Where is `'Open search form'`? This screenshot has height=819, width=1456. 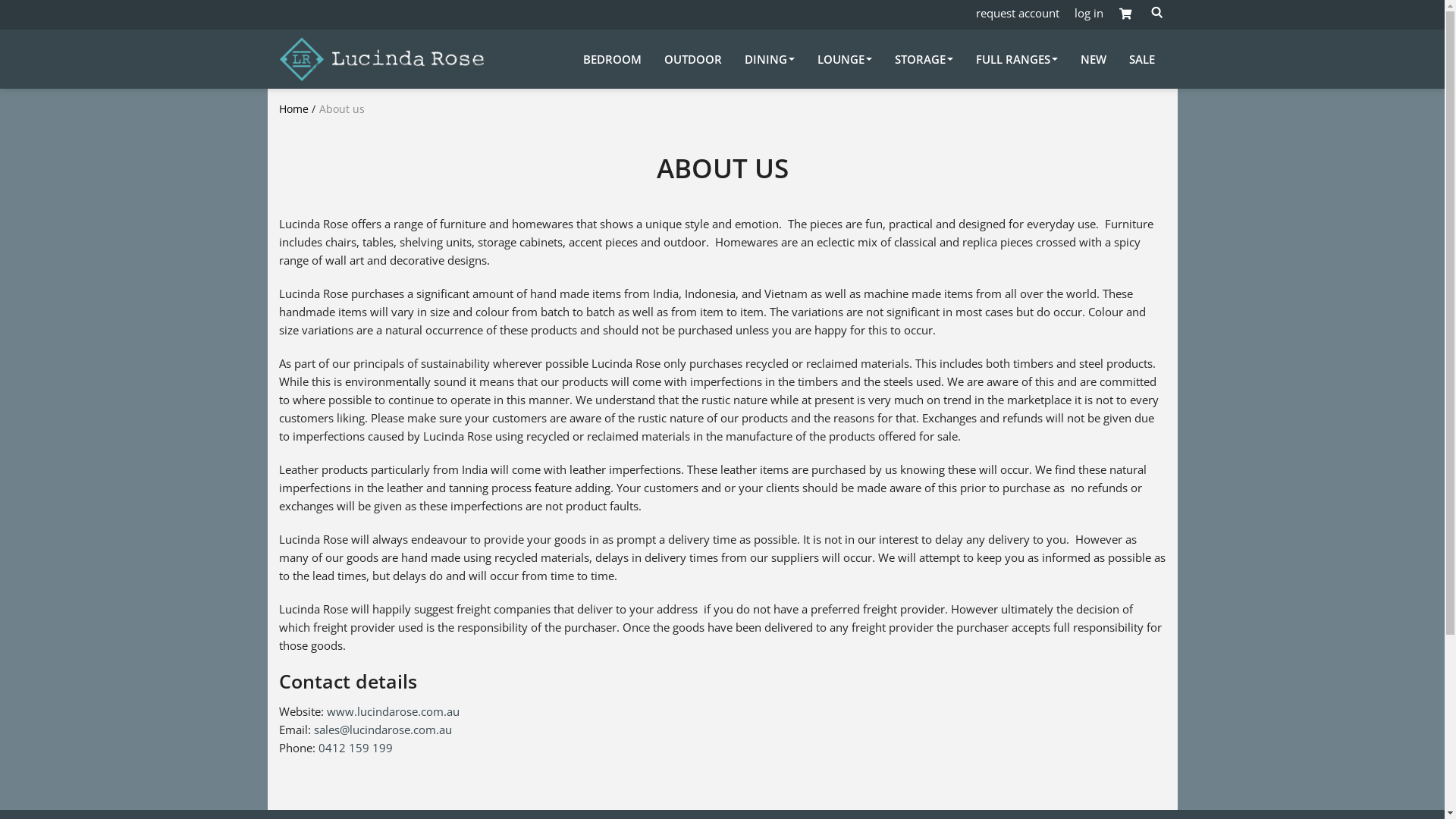 'Open search form' is located at coordinates (1147, 12).